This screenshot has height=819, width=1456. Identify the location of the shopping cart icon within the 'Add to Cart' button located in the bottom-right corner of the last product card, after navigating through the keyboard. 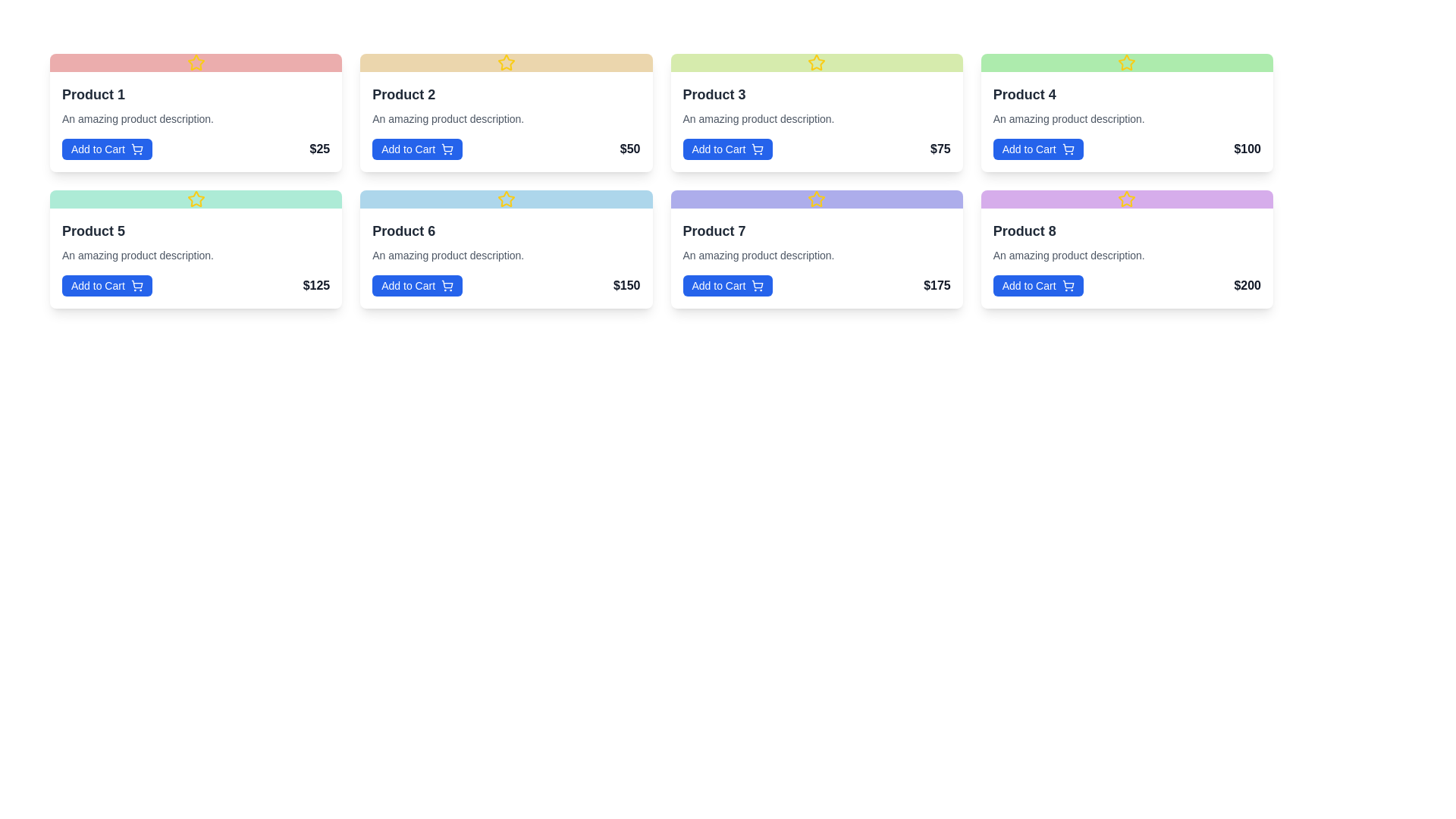
(1067, 284).